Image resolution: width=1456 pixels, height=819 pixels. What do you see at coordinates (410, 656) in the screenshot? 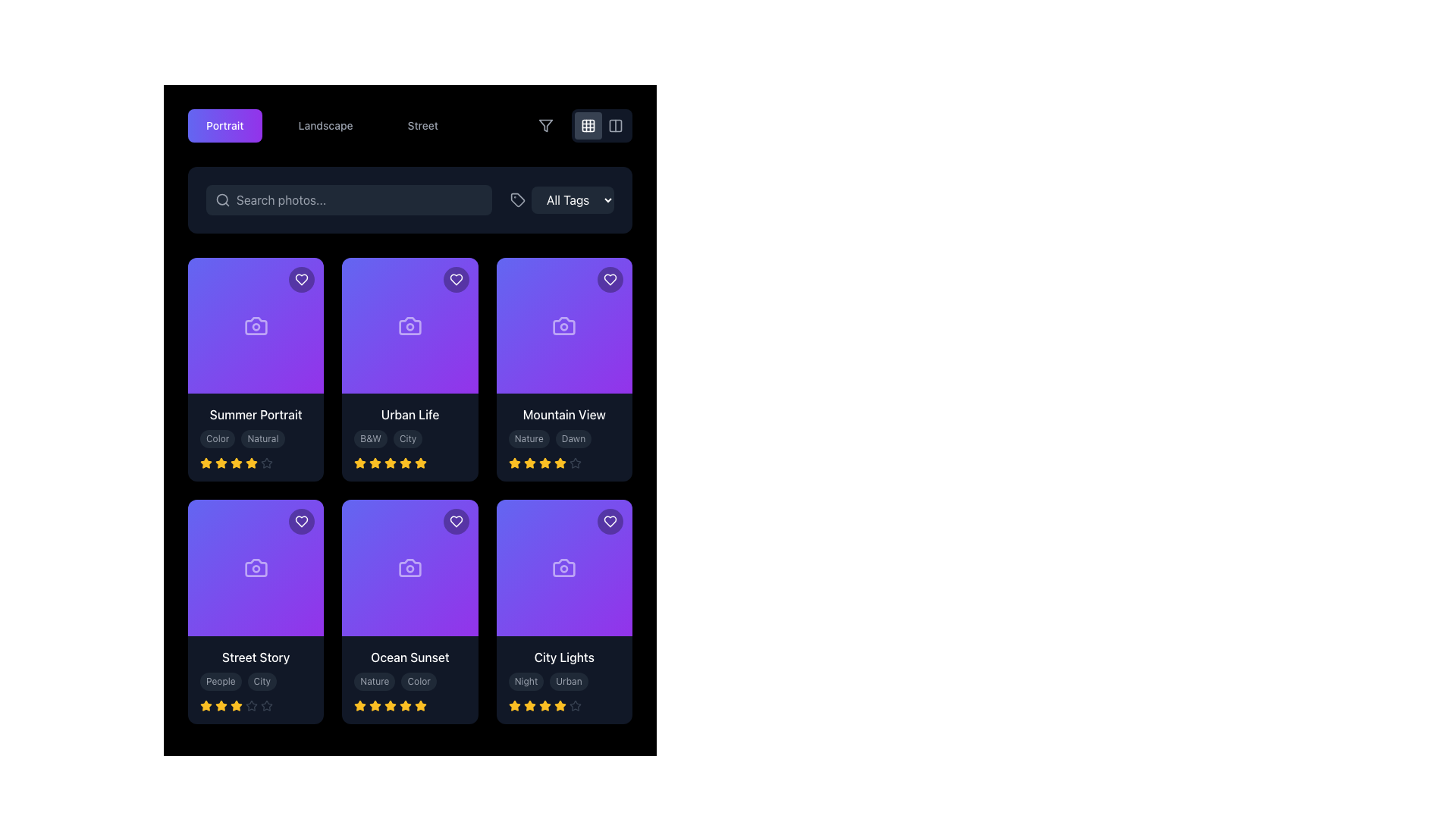
I see `text of the label located in the lower portion of the middle column, which serves as a descriptive title for the associated content, positioned below the main image area and above additional descriptive tags` at bounding box center [410, 656].